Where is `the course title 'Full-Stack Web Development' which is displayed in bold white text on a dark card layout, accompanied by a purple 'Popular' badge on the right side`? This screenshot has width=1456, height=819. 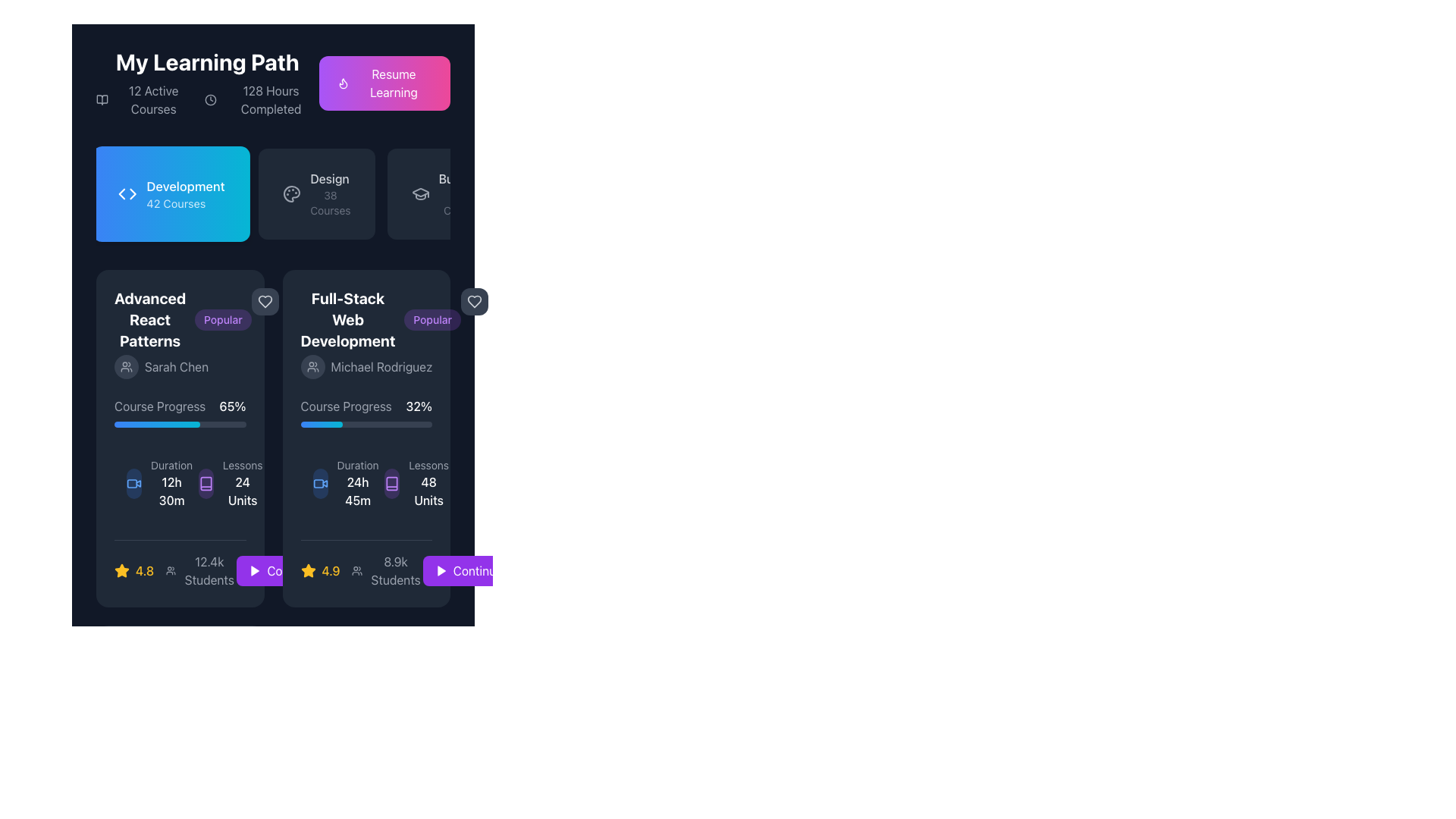 the course title 'Full-Stack Web Development' which is displayed in bold white text on a dark card layout, accompanied by a purple 'Popular' badge on the right side is located at coordinates (366, 332).